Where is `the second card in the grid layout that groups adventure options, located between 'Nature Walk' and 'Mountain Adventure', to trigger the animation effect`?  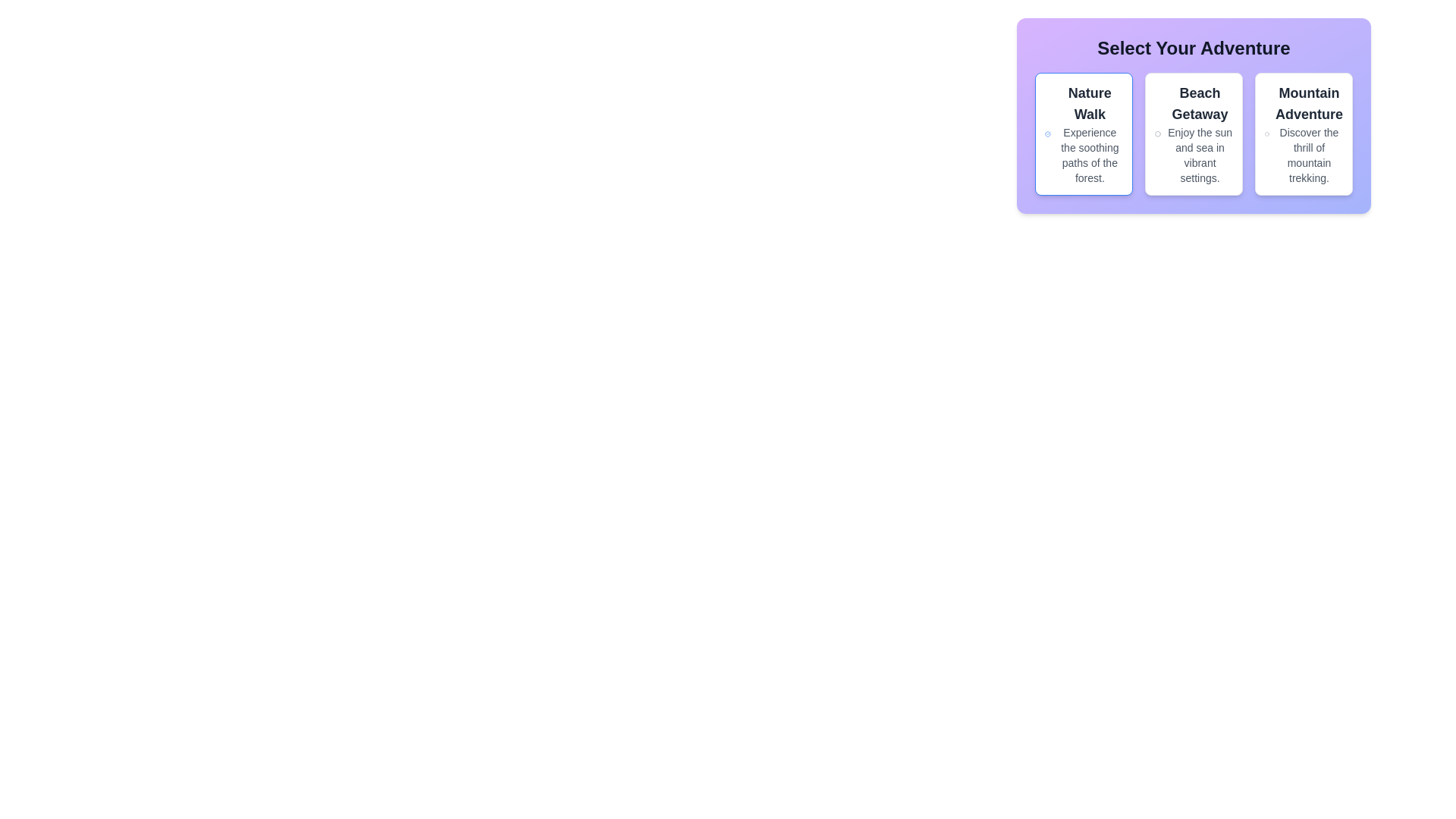 the second card in the grid layout that groups adventure options, located between 'Nature Walk' and 'Mountain Adventure', to trigger the animation effect is located at coordinates (1193, 133).